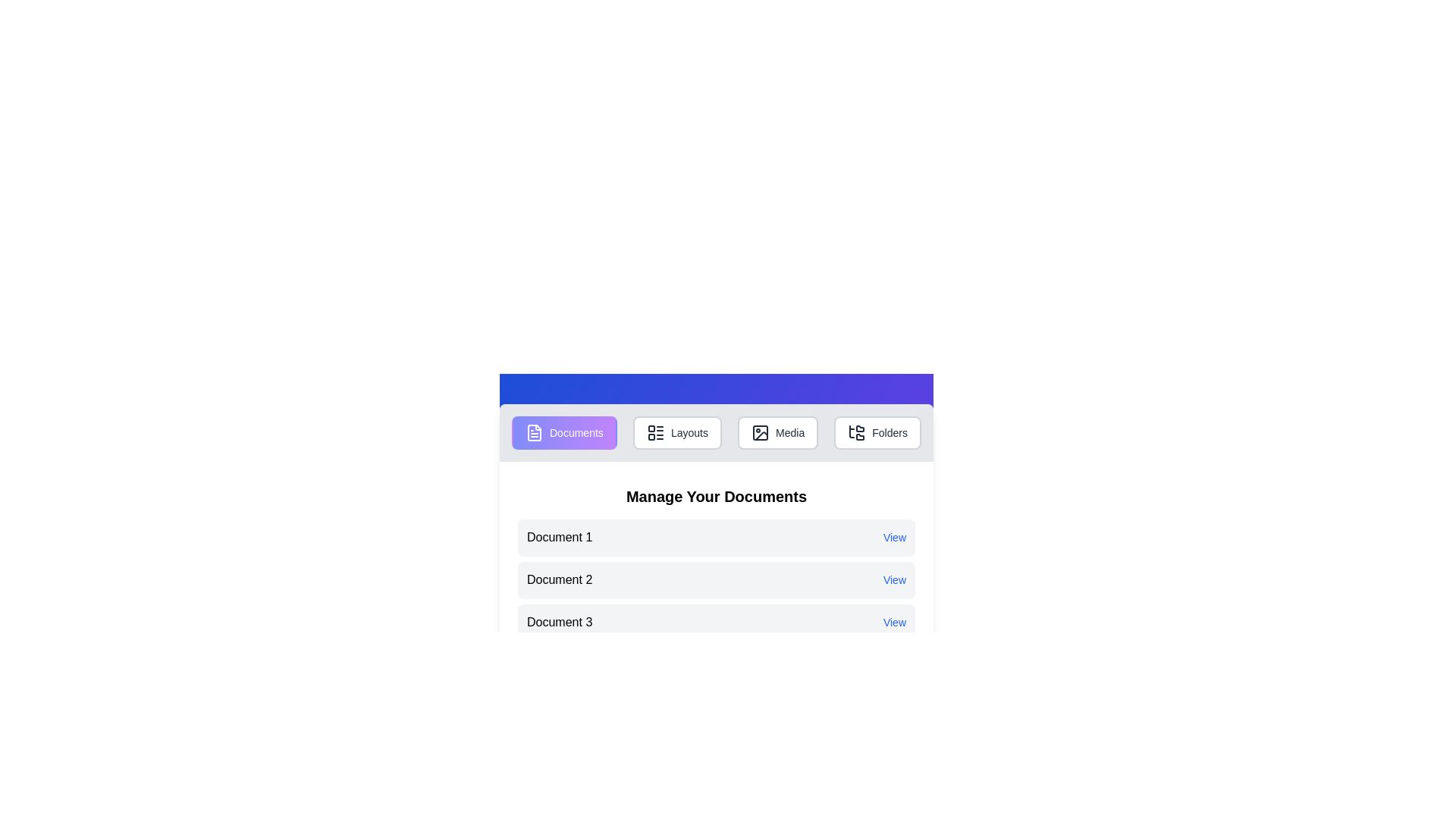 The height and width of the screenshot is (819, 1456). I want to click on the hyperlink for 'Document 1' to observe the style change, which is located on the right-hand side of the text 'Document 1View' and styled in clear blue text, so click(895, 537).